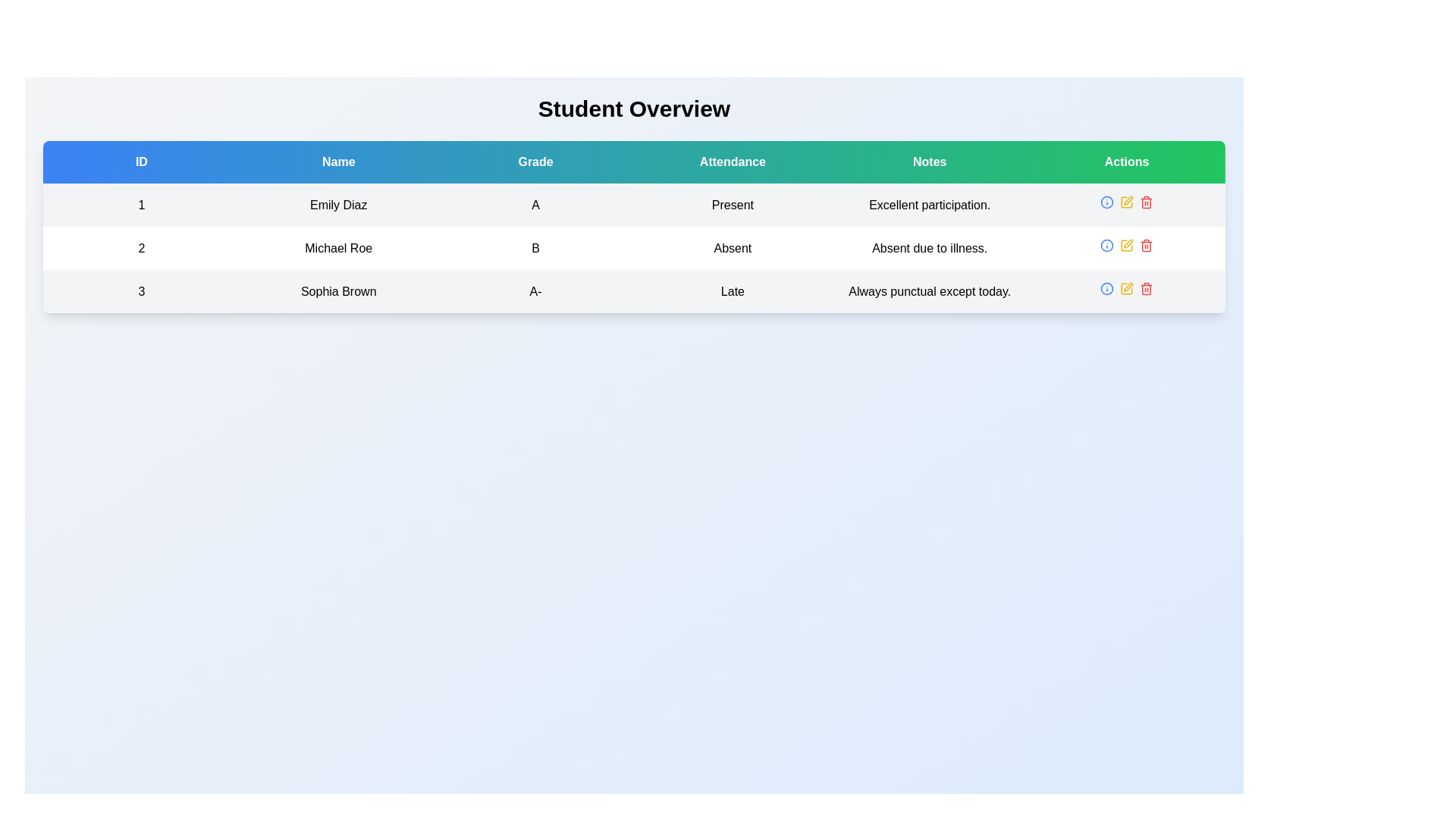  Describe the element at coordinates (1106, 289) in the screenshot. I see `the circular icon with a hollow border located in the second row of the 'Actions' column, aligned to the left of other items` at that location.